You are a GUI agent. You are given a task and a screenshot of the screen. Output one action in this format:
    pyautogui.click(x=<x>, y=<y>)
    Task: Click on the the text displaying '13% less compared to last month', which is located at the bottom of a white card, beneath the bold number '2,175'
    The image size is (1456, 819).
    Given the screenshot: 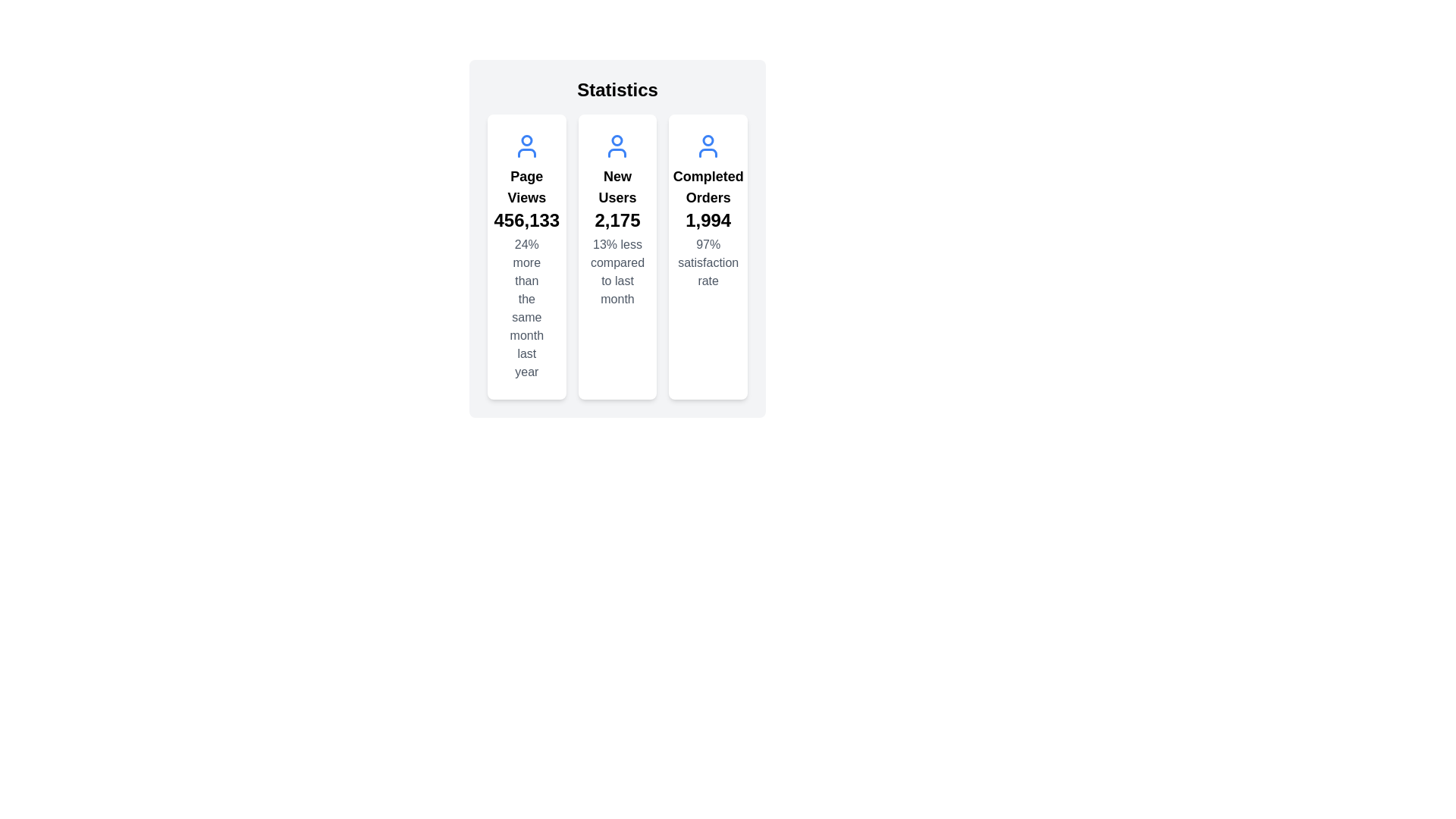 What is the action you would take?
    pyautogui.click(x=617, y=271)
    